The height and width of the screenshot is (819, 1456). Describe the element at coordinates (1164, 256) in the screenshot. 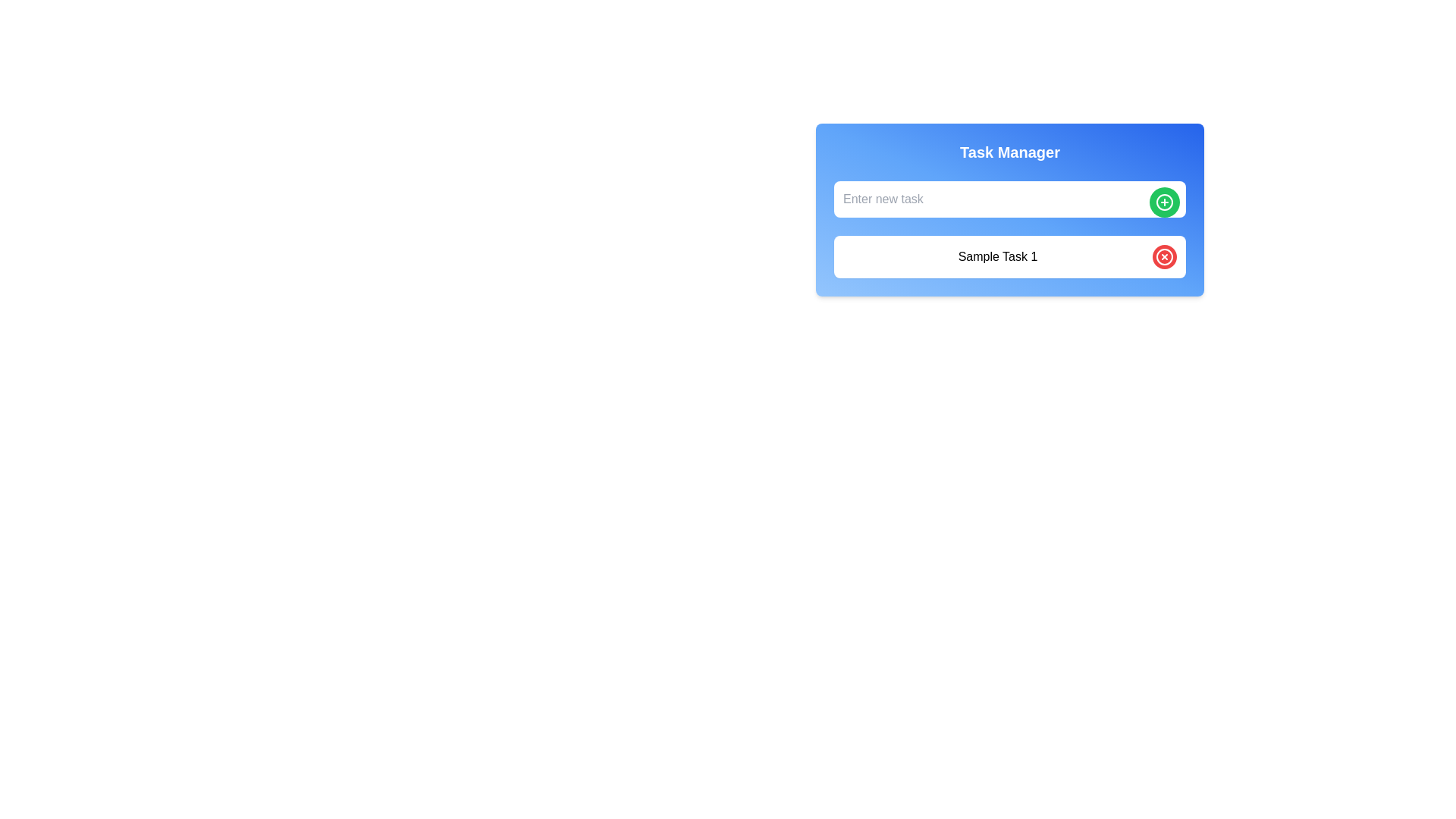

I see `the circular SVG graphic element located to the right of the task text 'Sample Task 1'` at that location.